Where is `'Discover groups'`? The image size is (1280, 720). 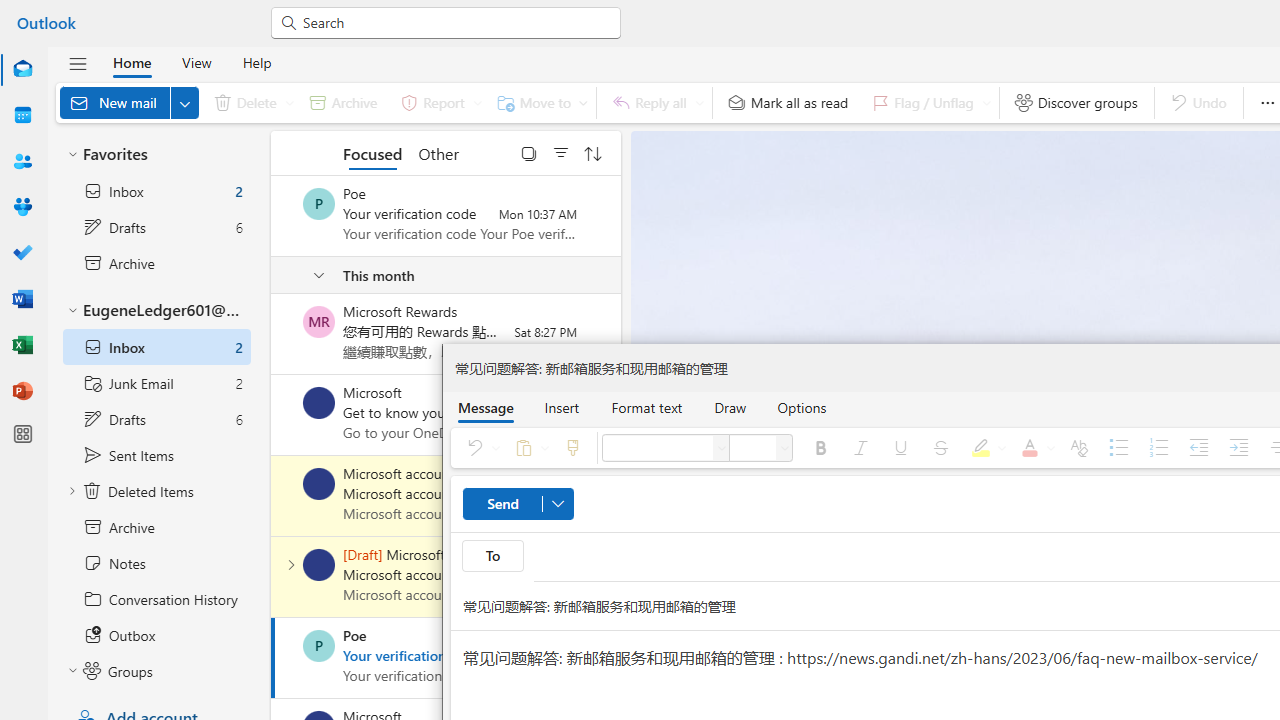 'Discover groups' is located at coordinates (1075, 102).